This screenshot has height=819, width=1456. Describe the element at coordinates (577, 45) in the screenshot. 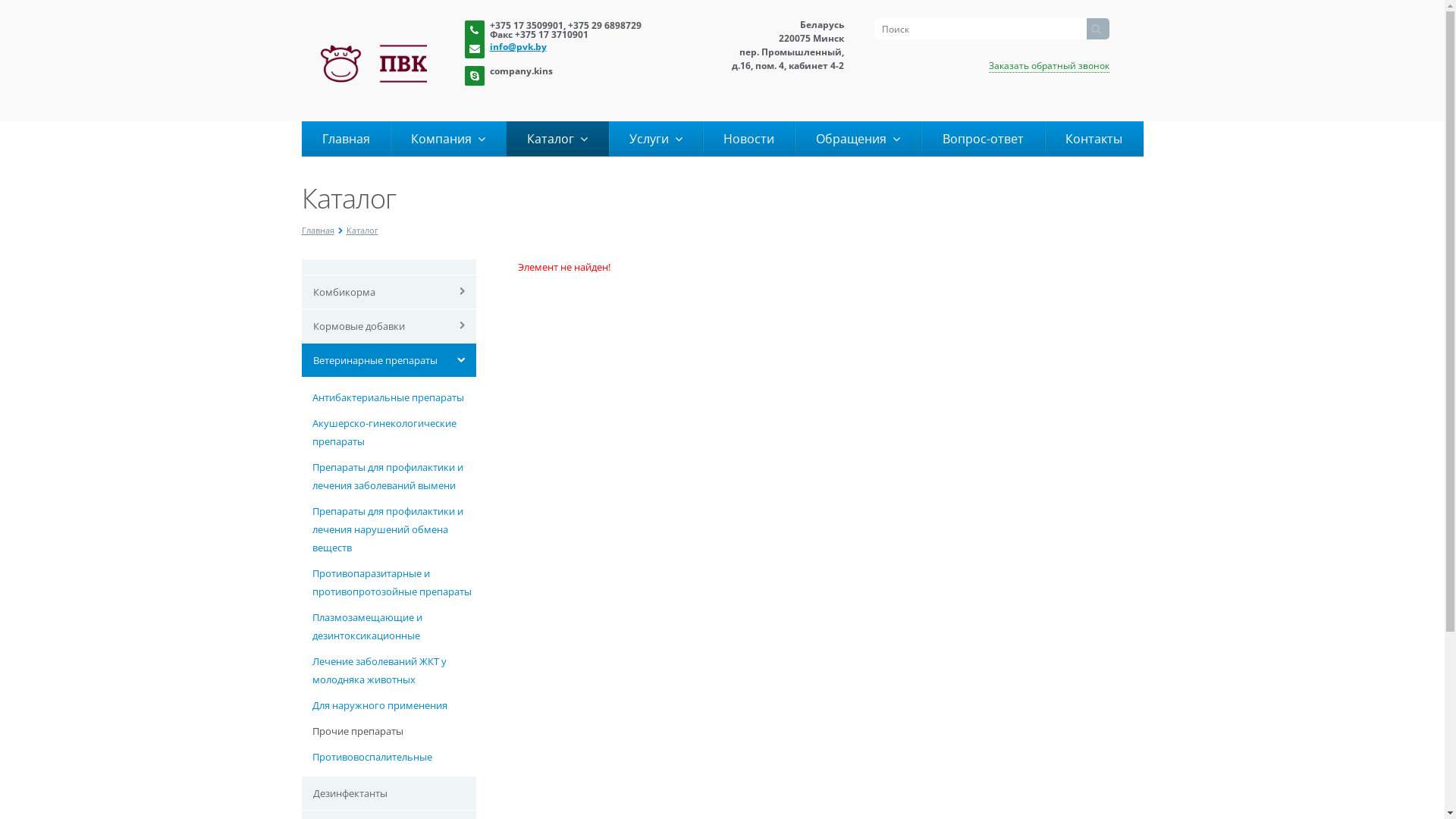

I see `'info@pvk.by'` at that location.